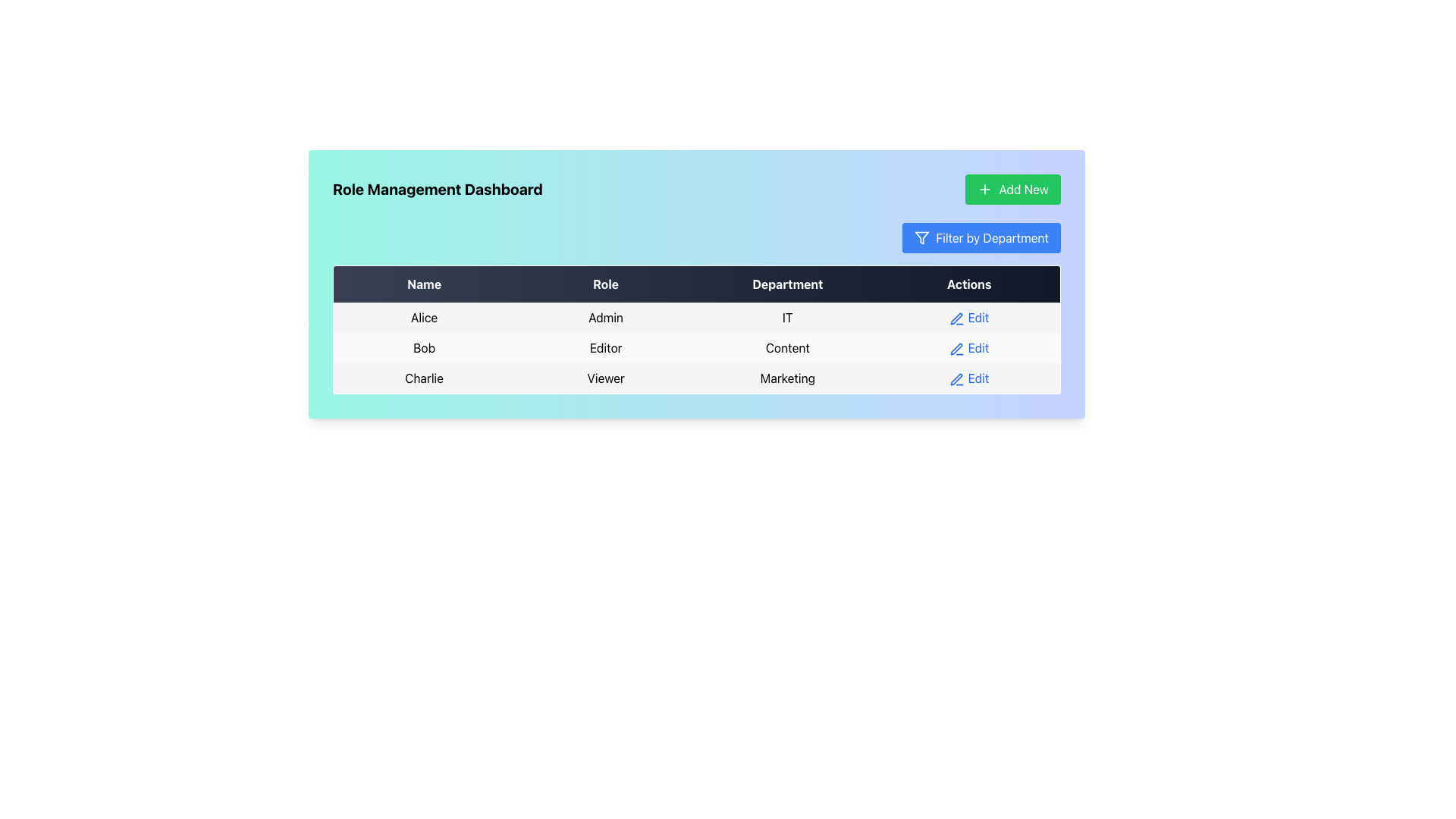  Describe the element at coordinates (985, 189) in the screenshot. I see `the '+' icon located within the green 'Add New' button` at that location.